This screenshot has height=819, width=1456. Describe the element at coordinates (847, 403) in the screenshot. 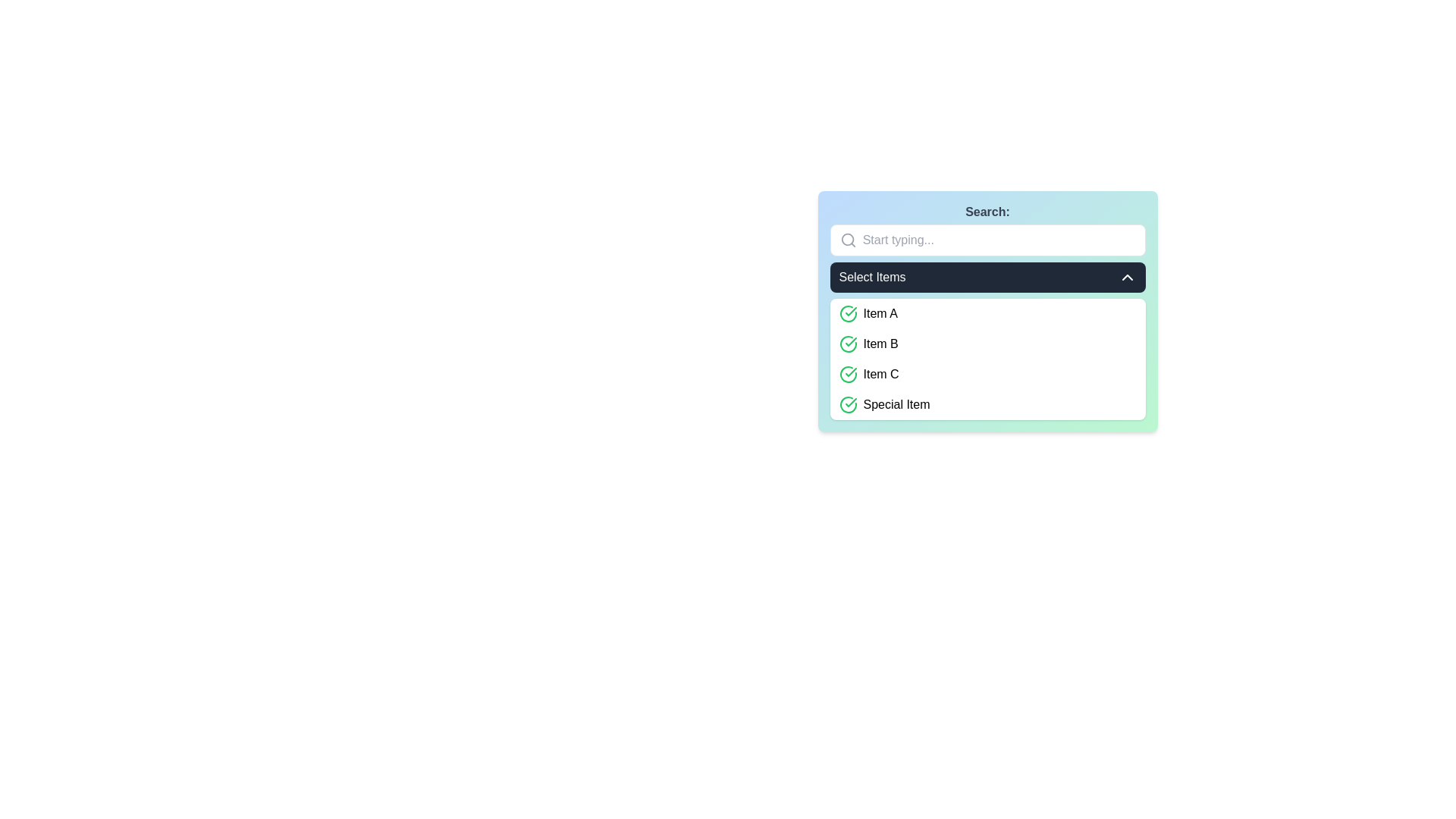

I see `the decorative graphic icon representing an interactive functionality near the 'Select Items' list` at that location.